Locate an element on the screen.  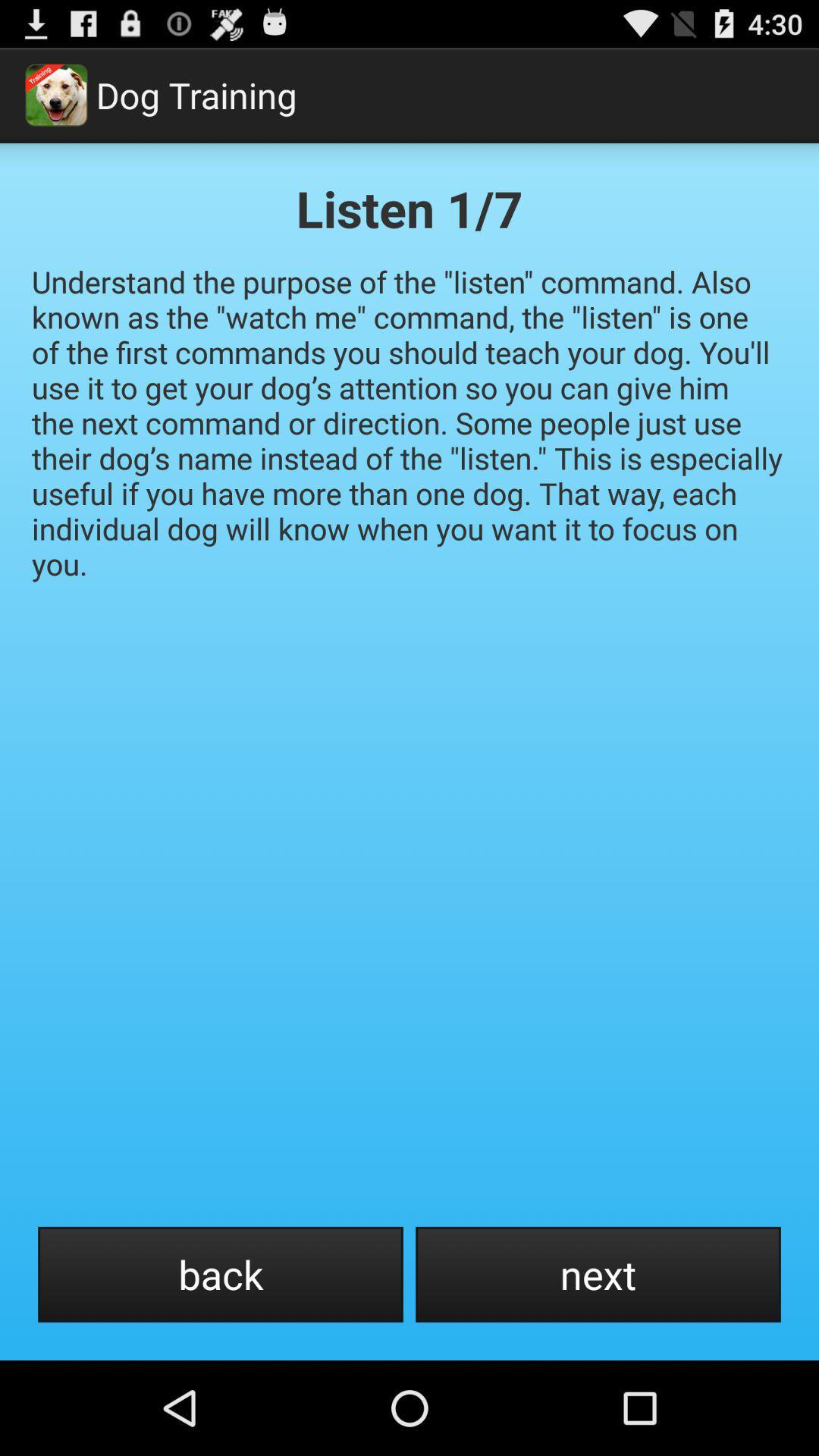
icon below the understand the purpose is located at coordinates (598, 1274).